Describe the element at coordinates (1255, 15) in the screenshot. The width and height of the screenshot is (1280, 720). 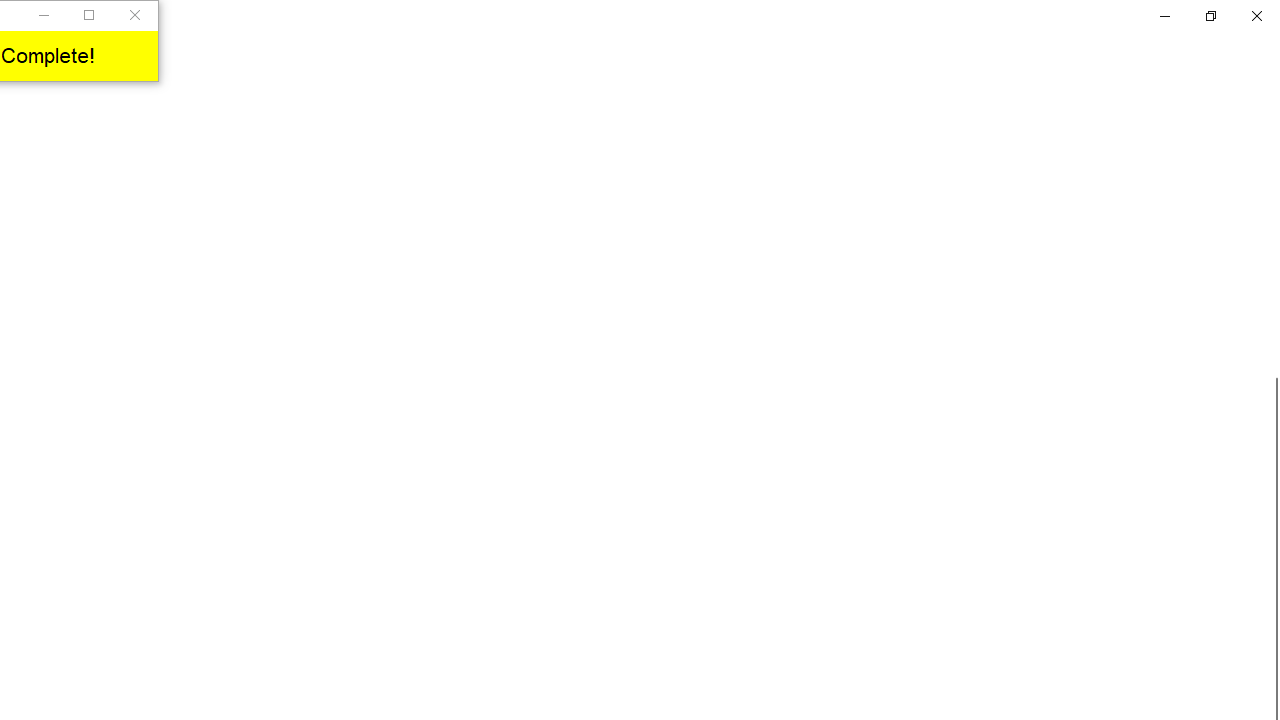
I see `'Close Settings'` at that location.